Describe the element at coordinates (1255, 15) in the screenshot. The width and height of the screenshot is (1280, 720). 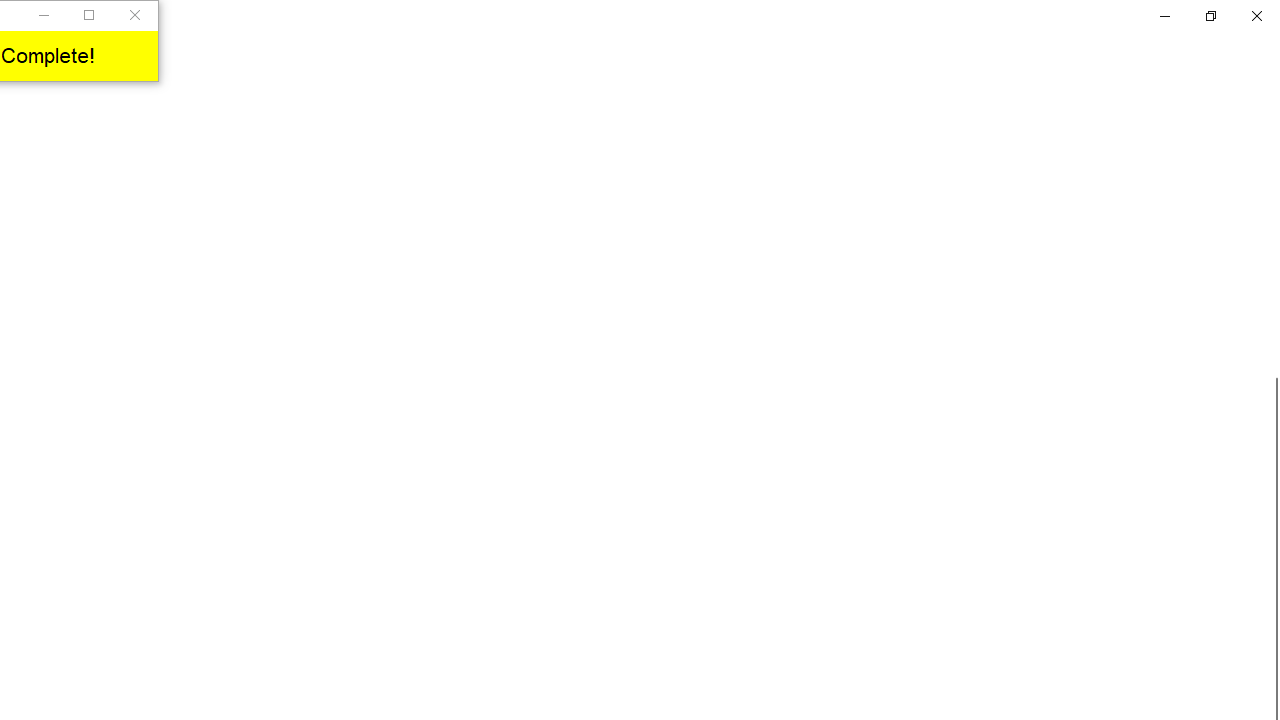
I see `'Close Settings'` at that location.